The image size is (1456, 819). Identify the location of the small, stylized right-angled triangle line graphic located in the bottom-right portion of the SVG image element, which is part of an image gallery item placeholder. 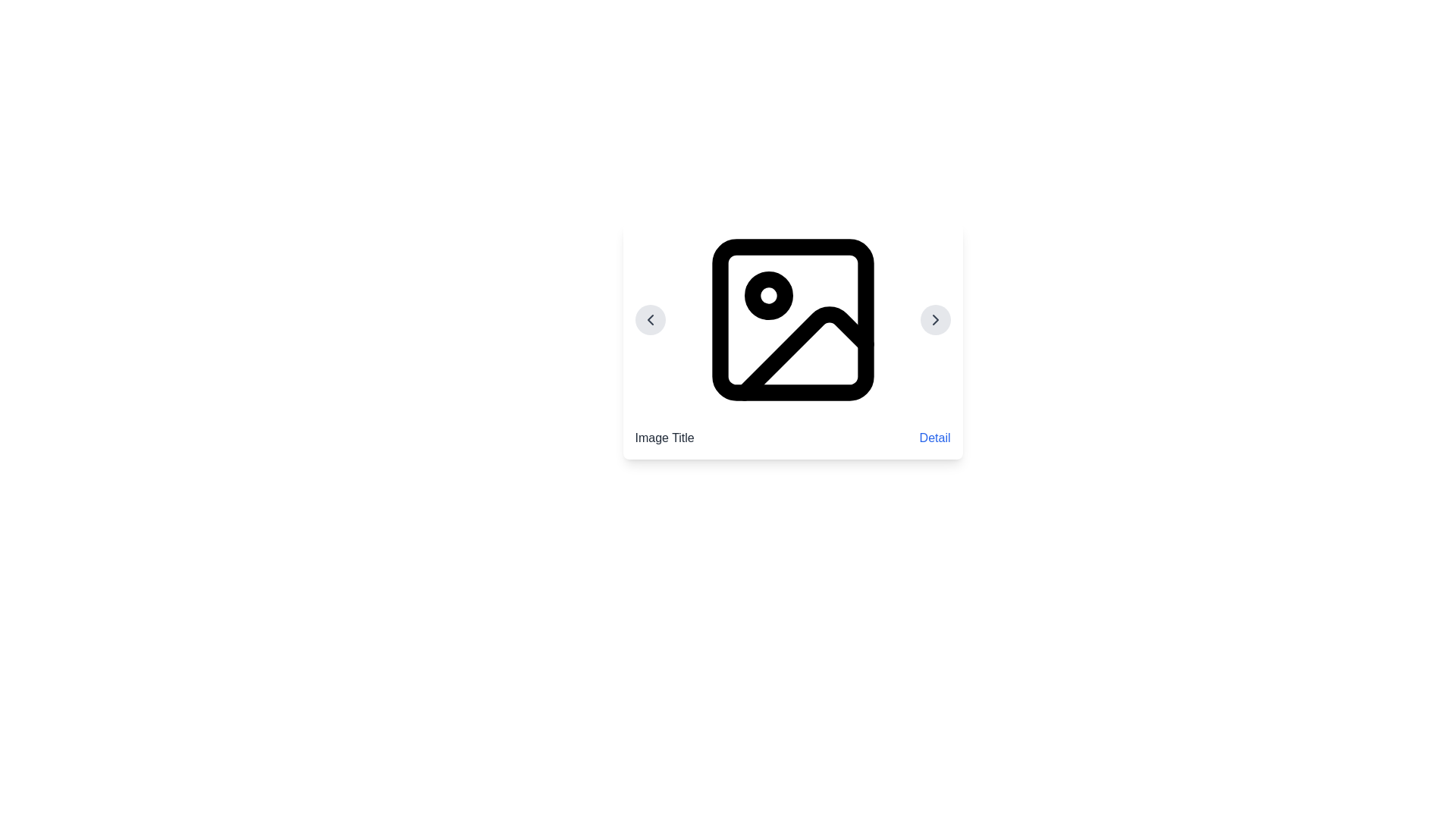
(804, 353).